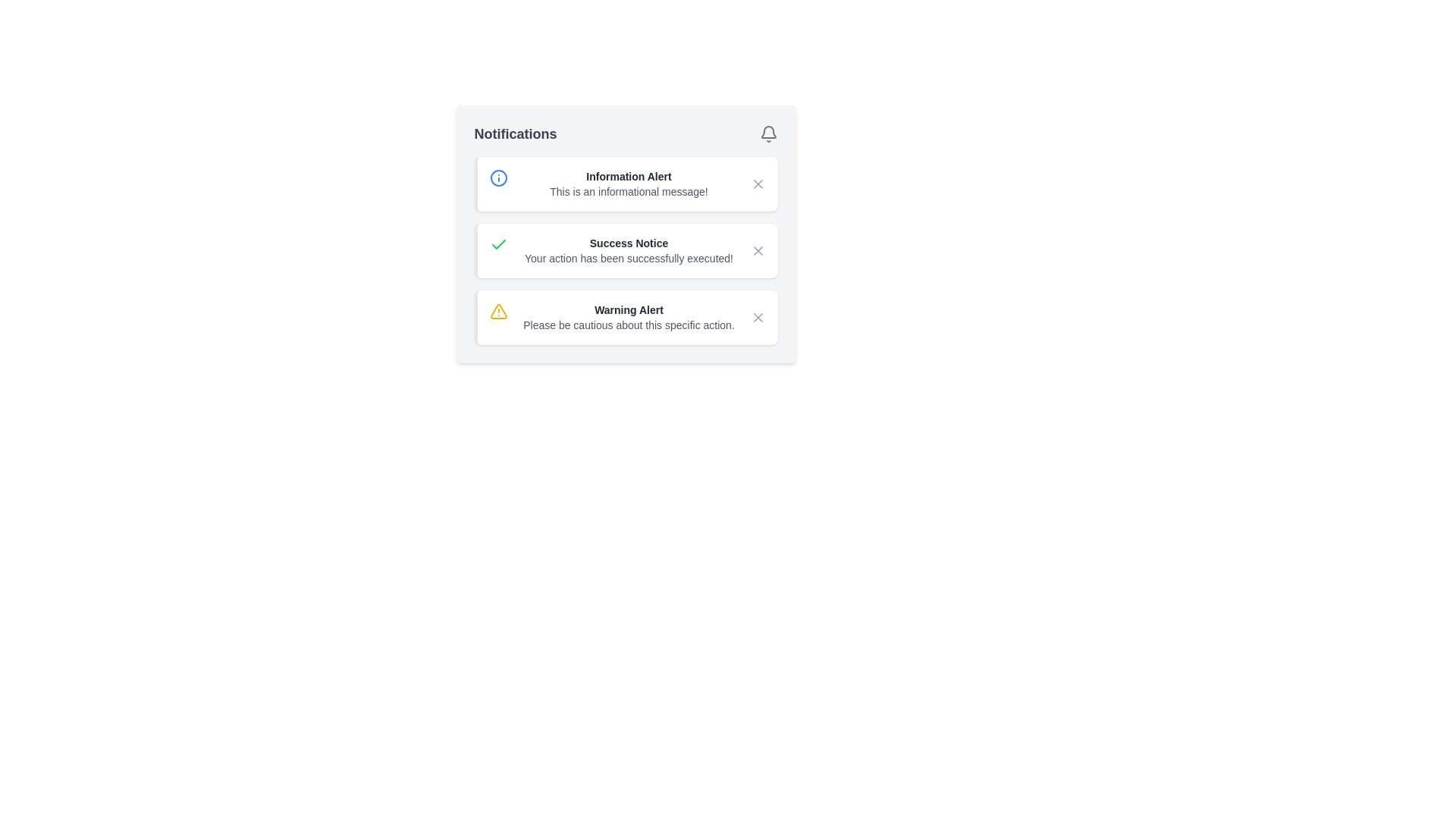 This screenshot has width=1456, height=819. Describe the element at coordinates (758, 184) in the screenshot. I see `the close button of the 'Information Alert' notification to activate hover effects` at that location.